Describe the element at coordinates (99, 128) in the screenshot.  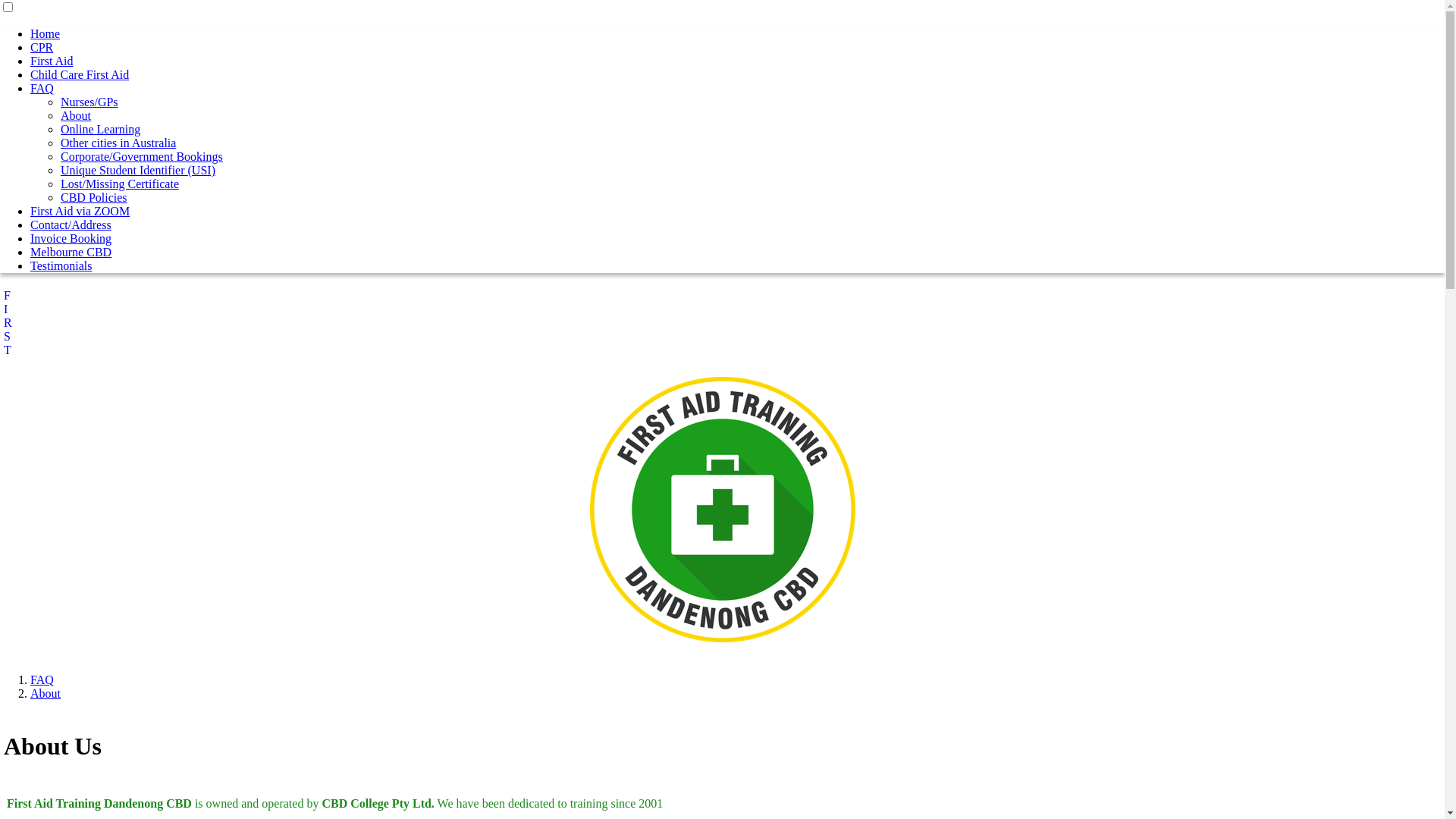
I see `'Online Learning'` at that location.